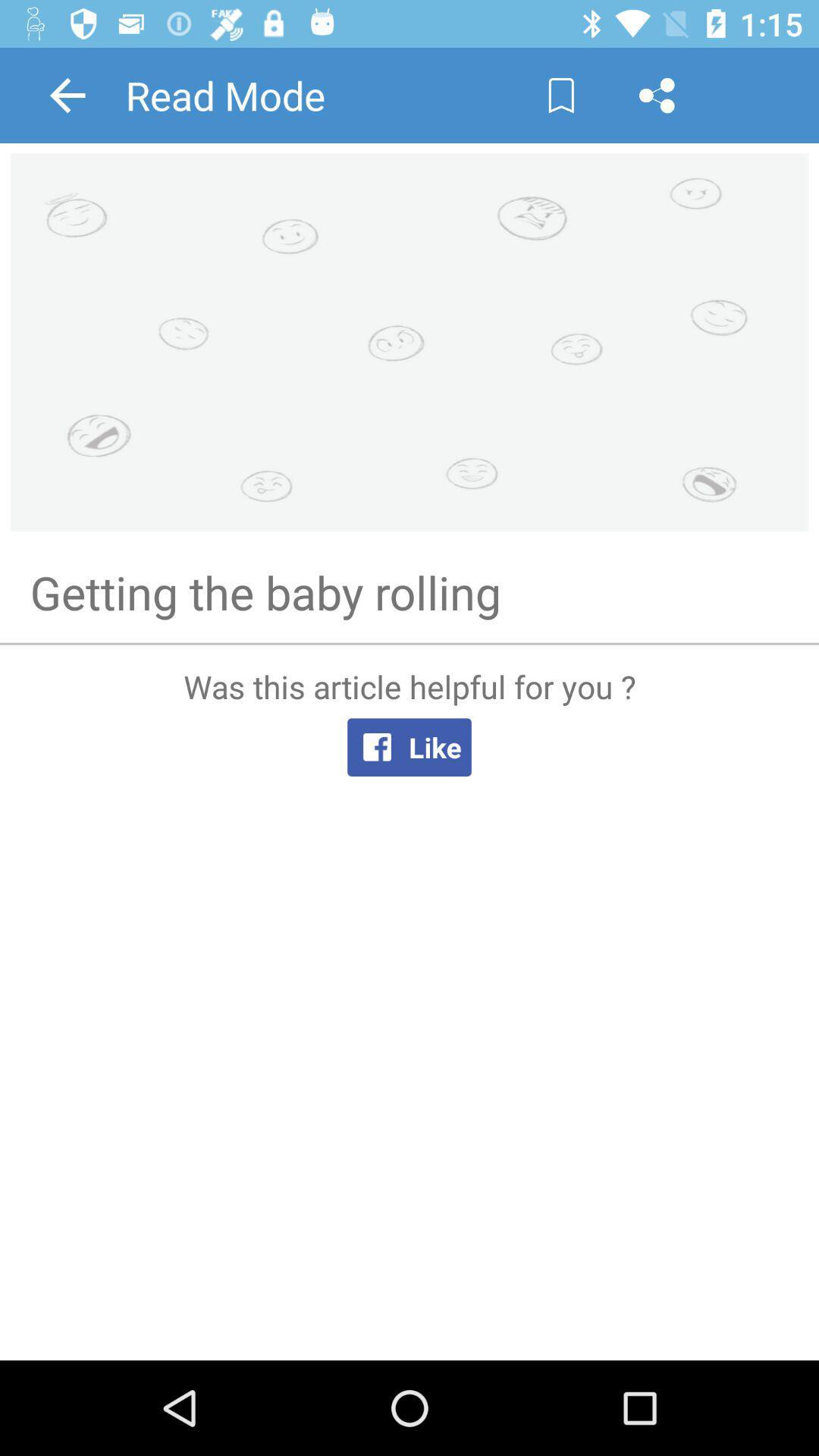  What do you see at coordinates (561, 94) in the screenshot?
I see `bookmark` at bounding box center [561, 94].